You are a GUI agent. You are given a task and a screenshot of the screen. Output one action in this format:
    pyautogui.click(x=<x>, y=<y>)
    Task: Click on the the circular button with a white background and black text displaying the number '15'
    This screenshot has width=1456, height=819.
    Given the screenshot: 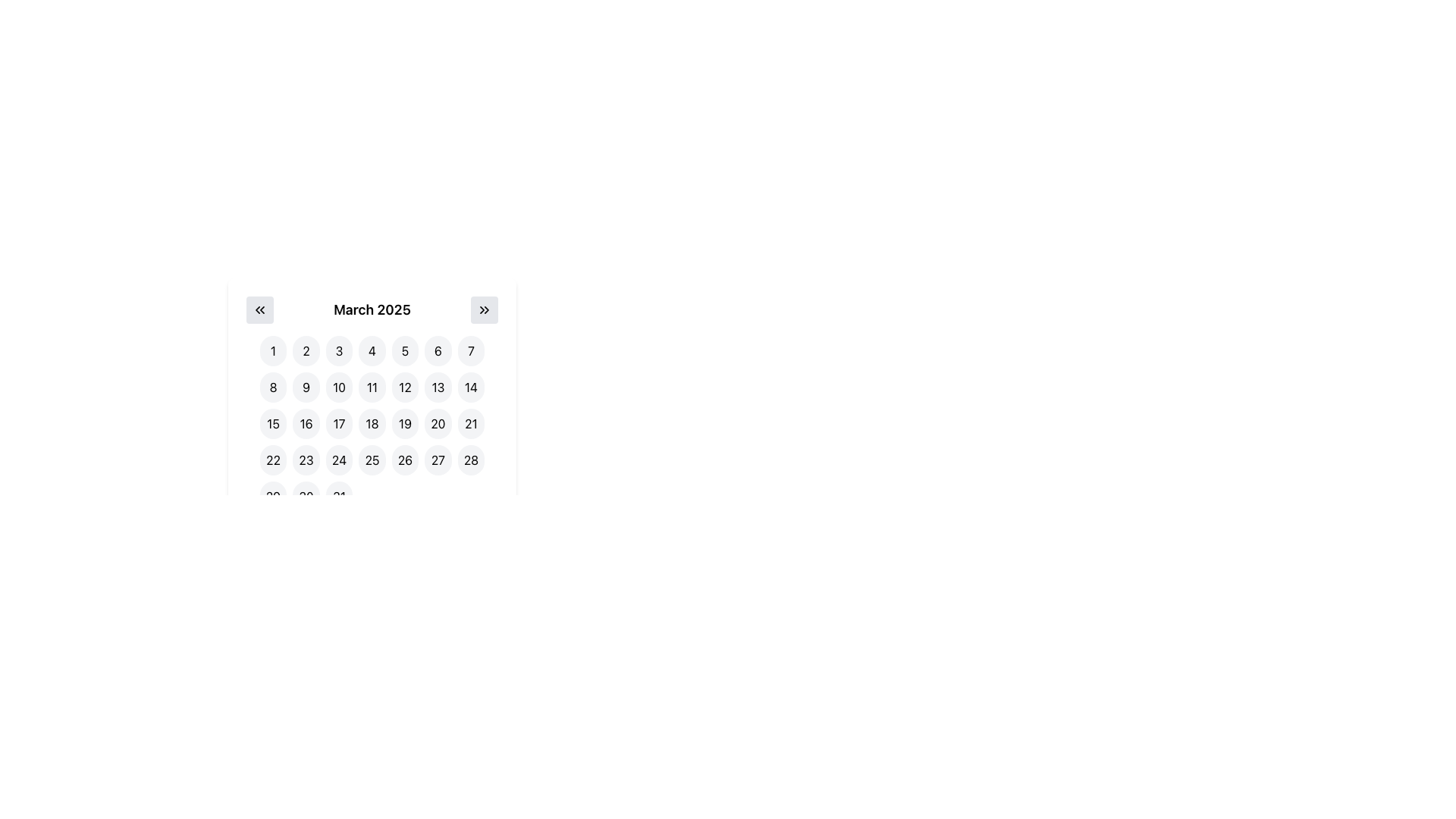 What is the action you would take?
    pyautogui.click(x=273, y=424)
    